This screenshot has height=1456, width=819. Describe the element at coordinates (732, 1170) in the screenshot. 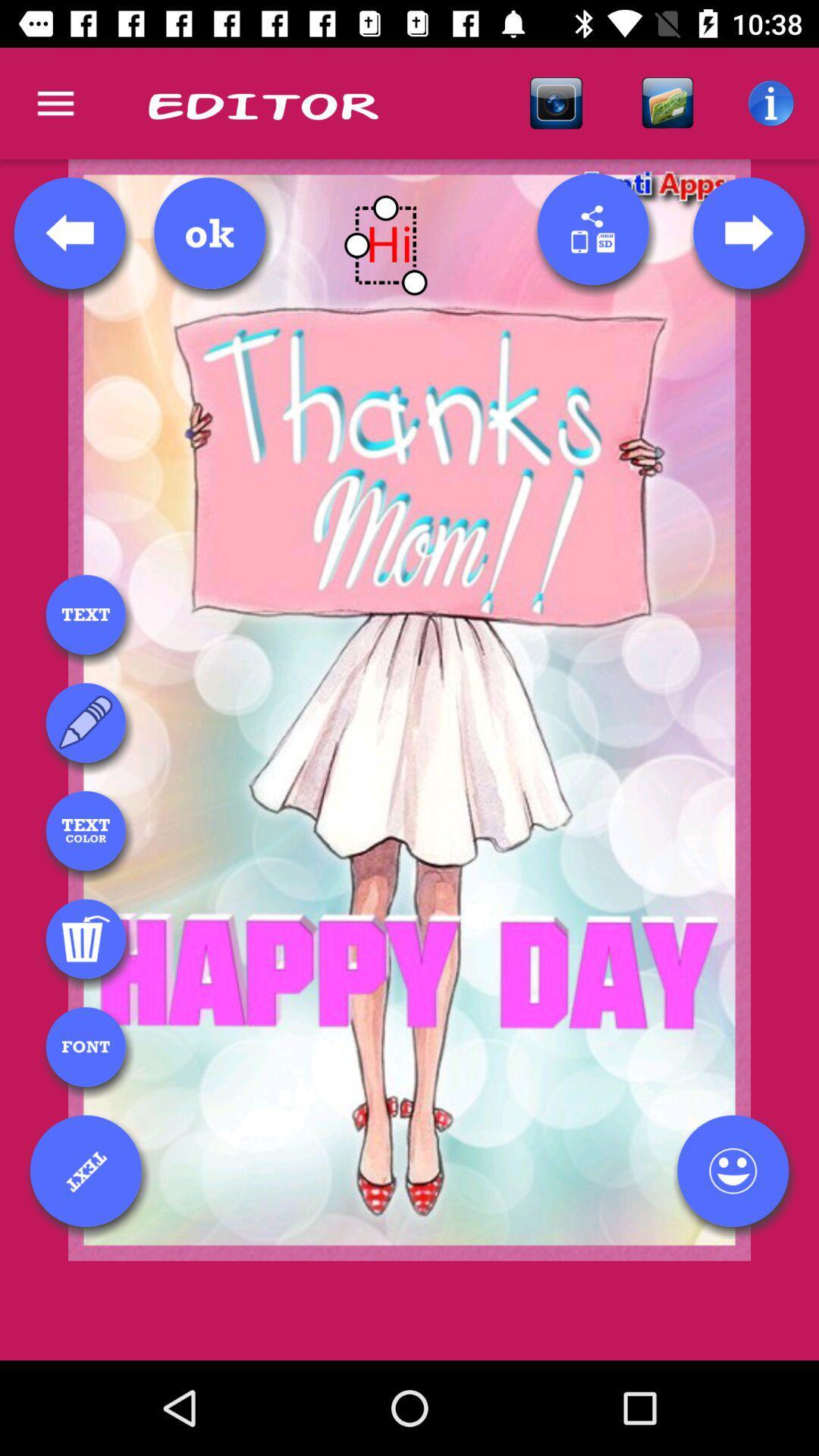

I see `adding emoji` at that location.